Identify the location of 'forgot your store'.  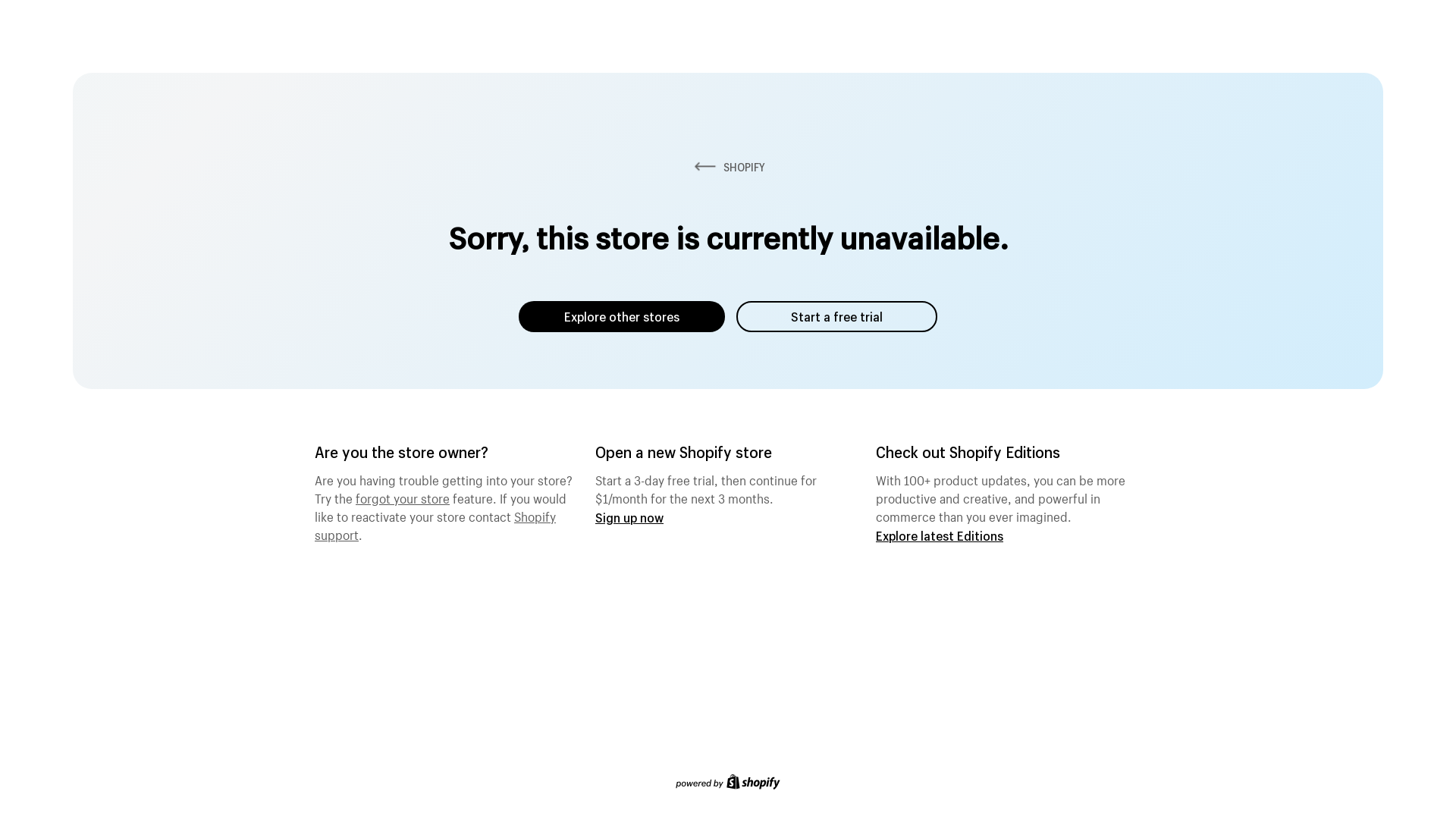
(403, 497).